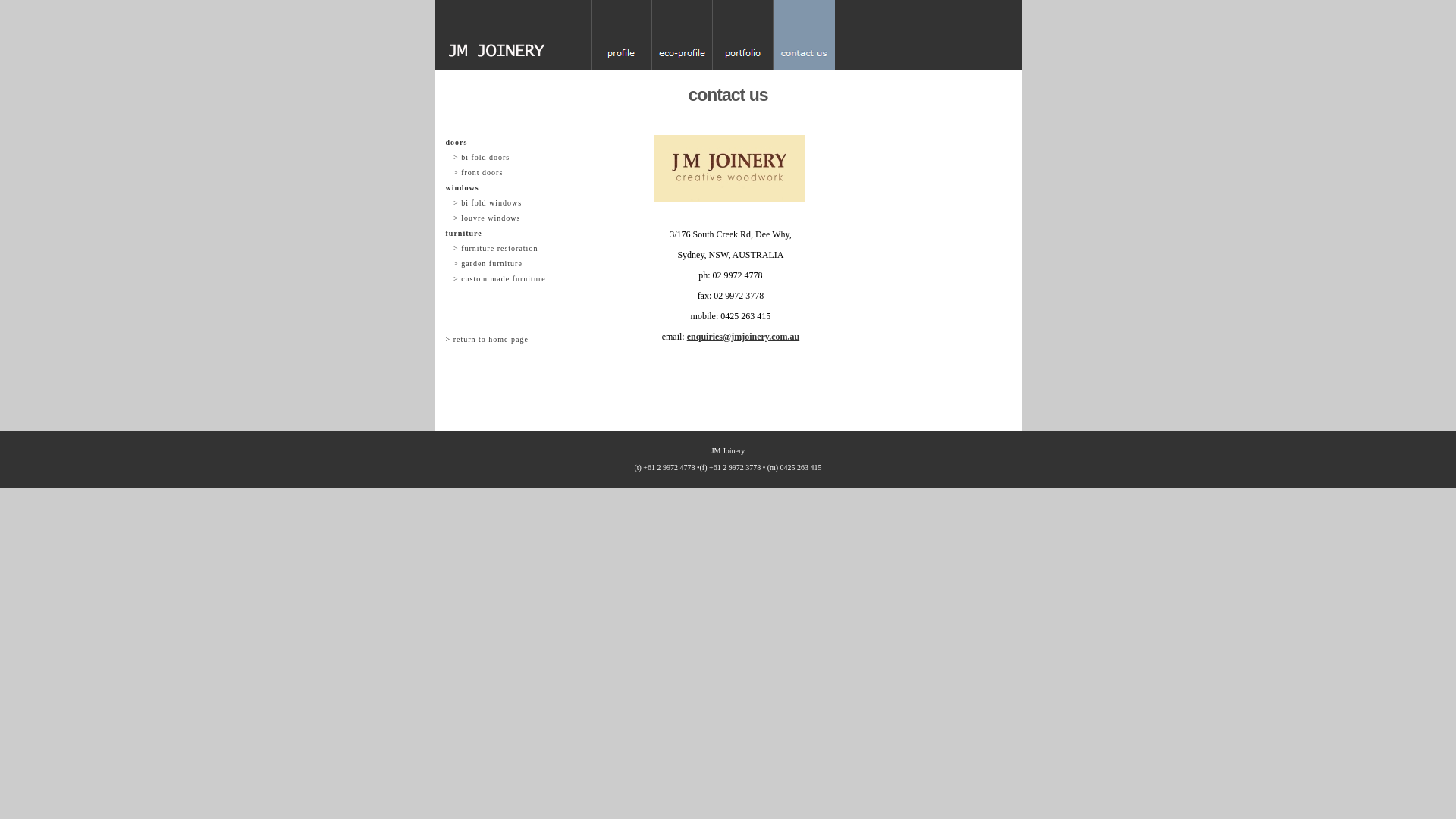  What do you see at coordinates (506, 218) in the screenshot?
I see `'   > louvre windows'` at bounding box center [506, 218].